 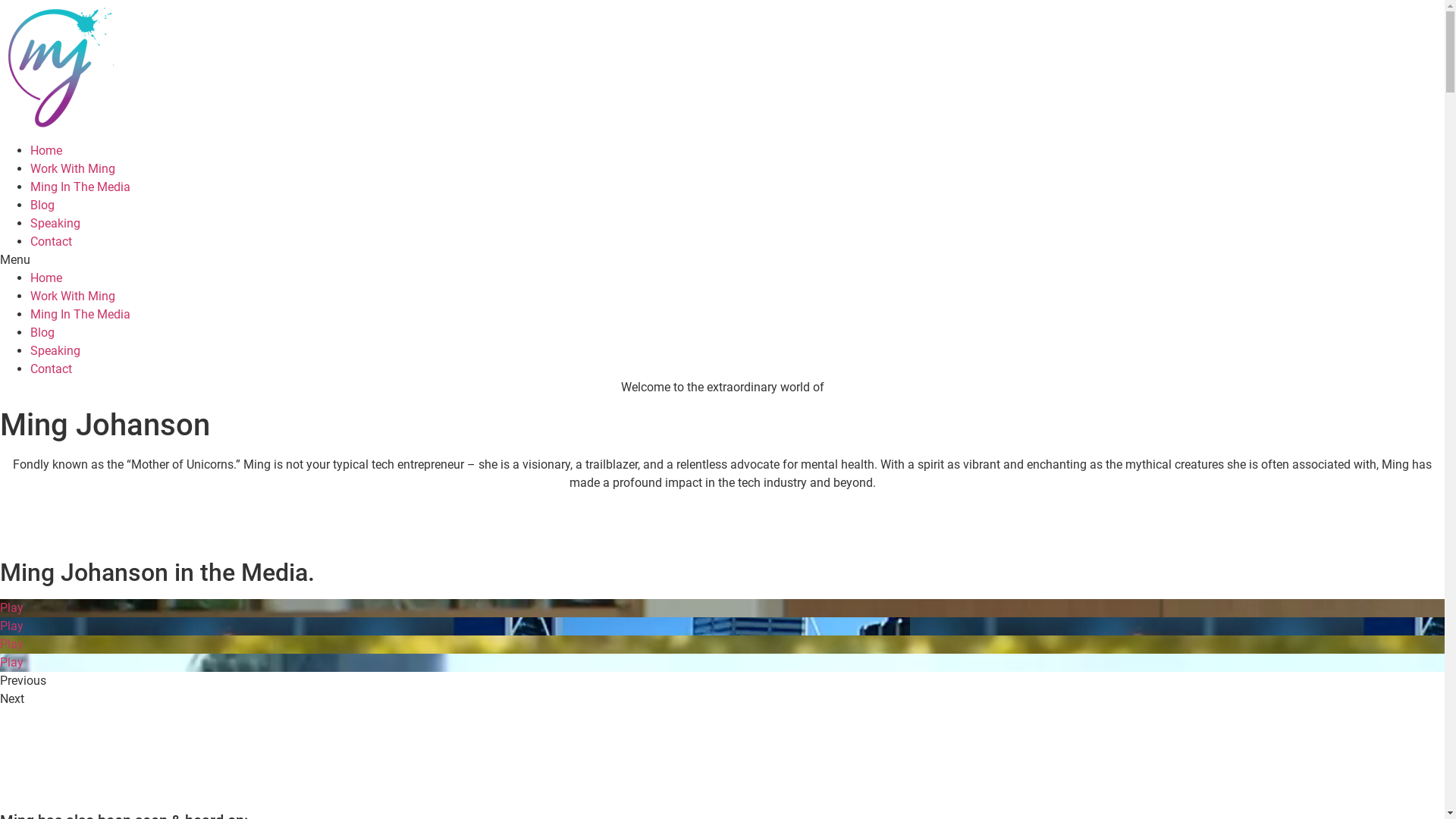 What do you see at coordinates (0, 780) in the screenshot?
I see `'Make A Media Enquiry'` at bounding box center [0, 780].